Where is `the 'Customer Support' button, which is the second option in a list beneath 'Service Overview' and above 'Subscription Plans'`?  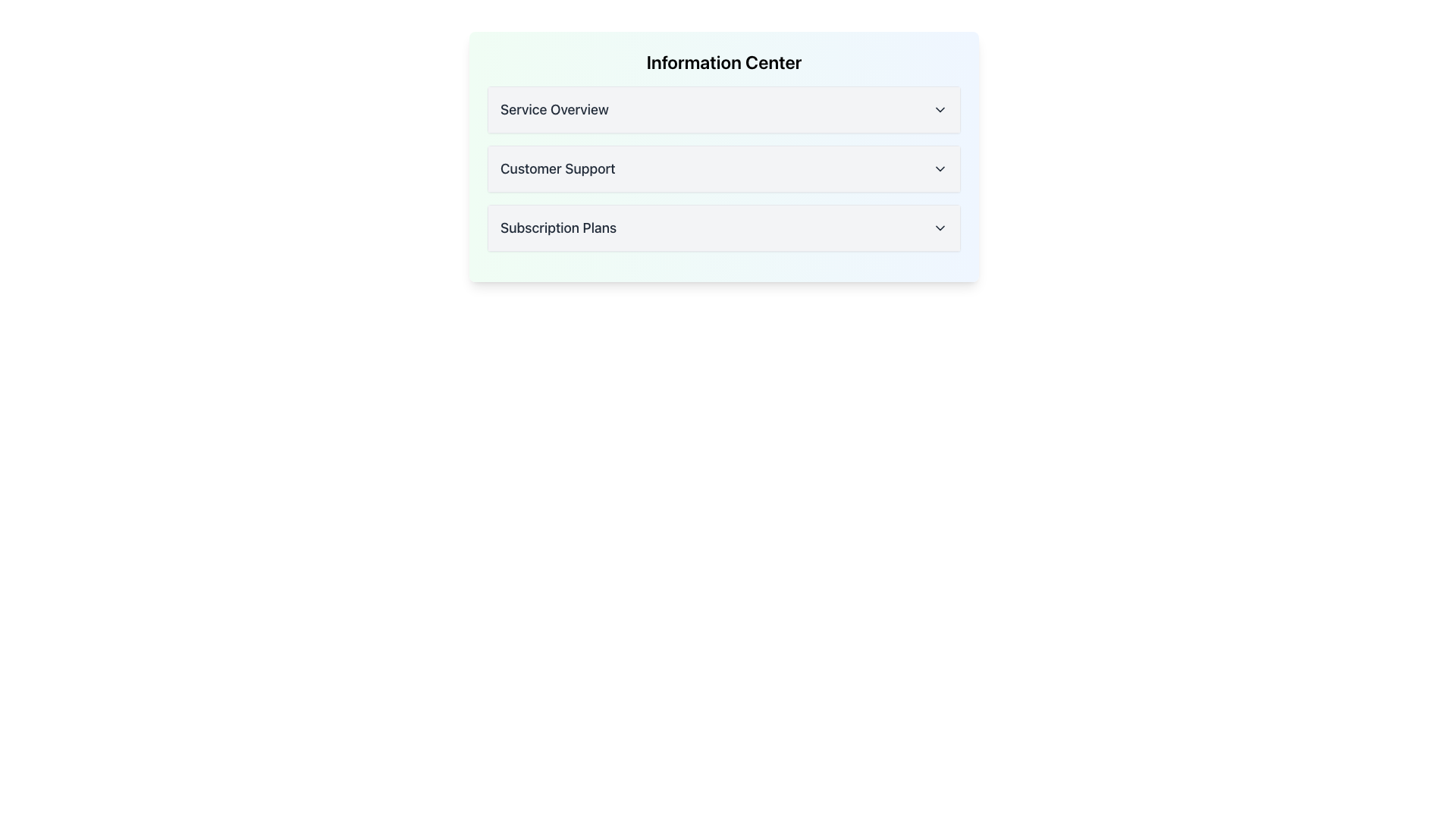
the 'Customer Support' button, which is the second option in a list beneath 'Service Overview' and above 'Subscription Plans' is located at coordinates (723, 169).